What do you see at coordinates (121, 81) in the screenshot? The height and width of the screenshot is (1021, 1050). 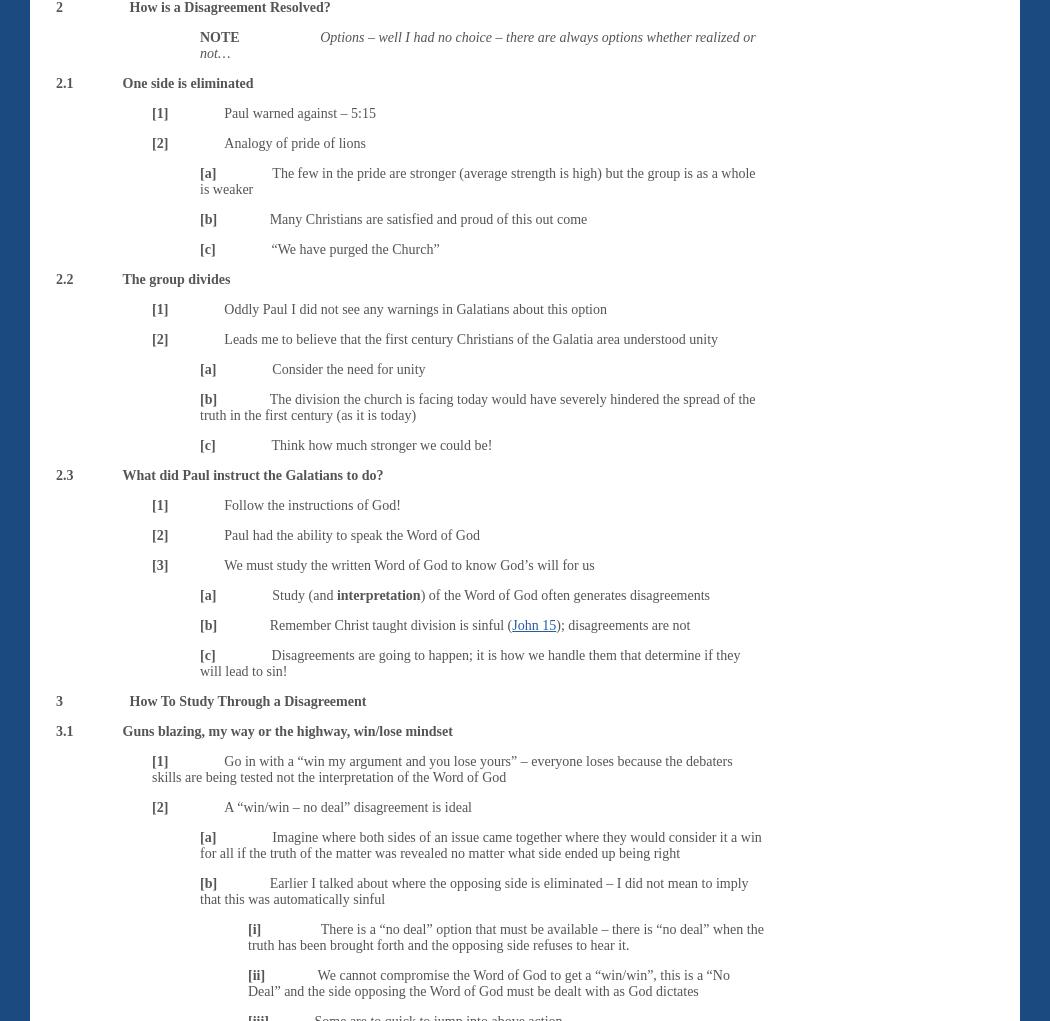 I see `'One side is eliminated'` at bounding box center [121, 81].